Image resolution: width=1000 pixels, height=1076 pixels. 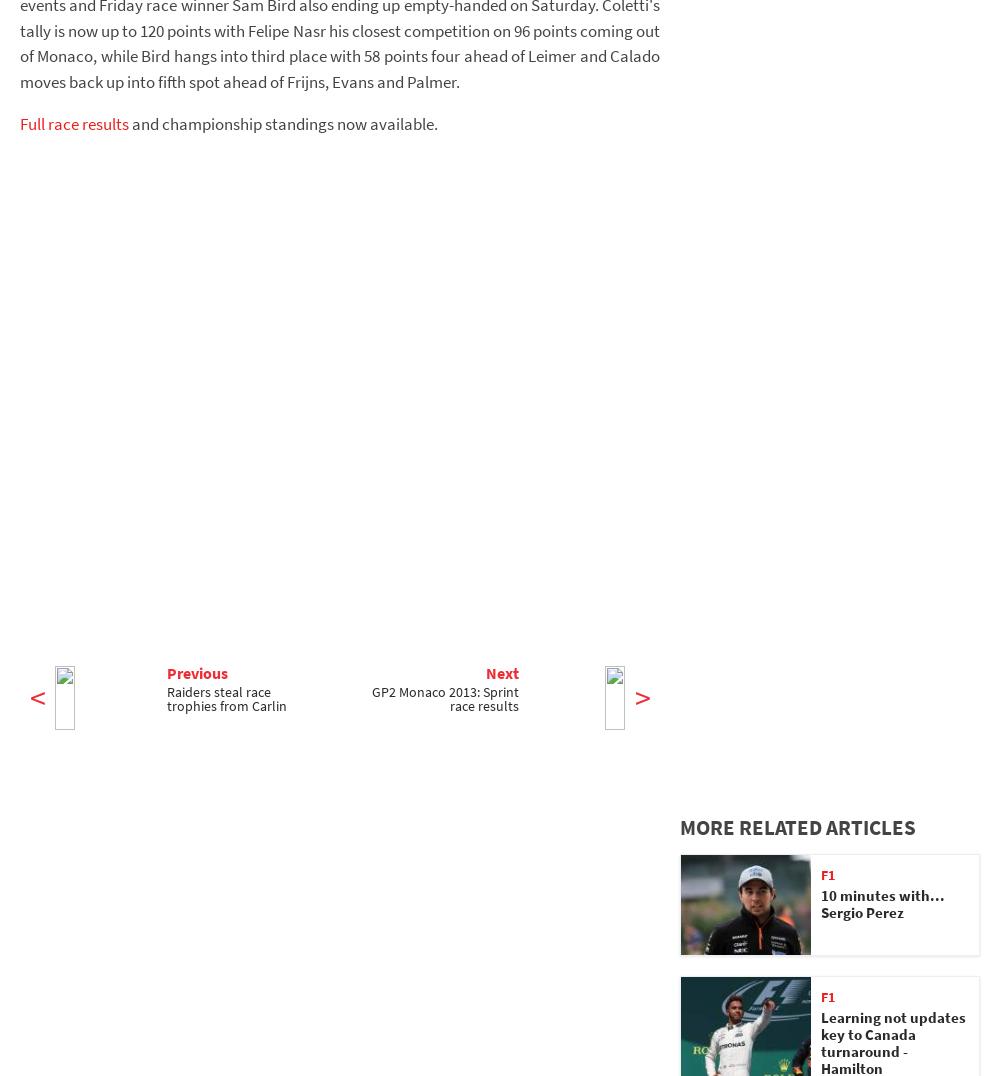 What do you see at coordinates (167, 698) in the screenshot?
I see `'Raiders steal race trophies from Carlin'` at bounding box center [167, 698].